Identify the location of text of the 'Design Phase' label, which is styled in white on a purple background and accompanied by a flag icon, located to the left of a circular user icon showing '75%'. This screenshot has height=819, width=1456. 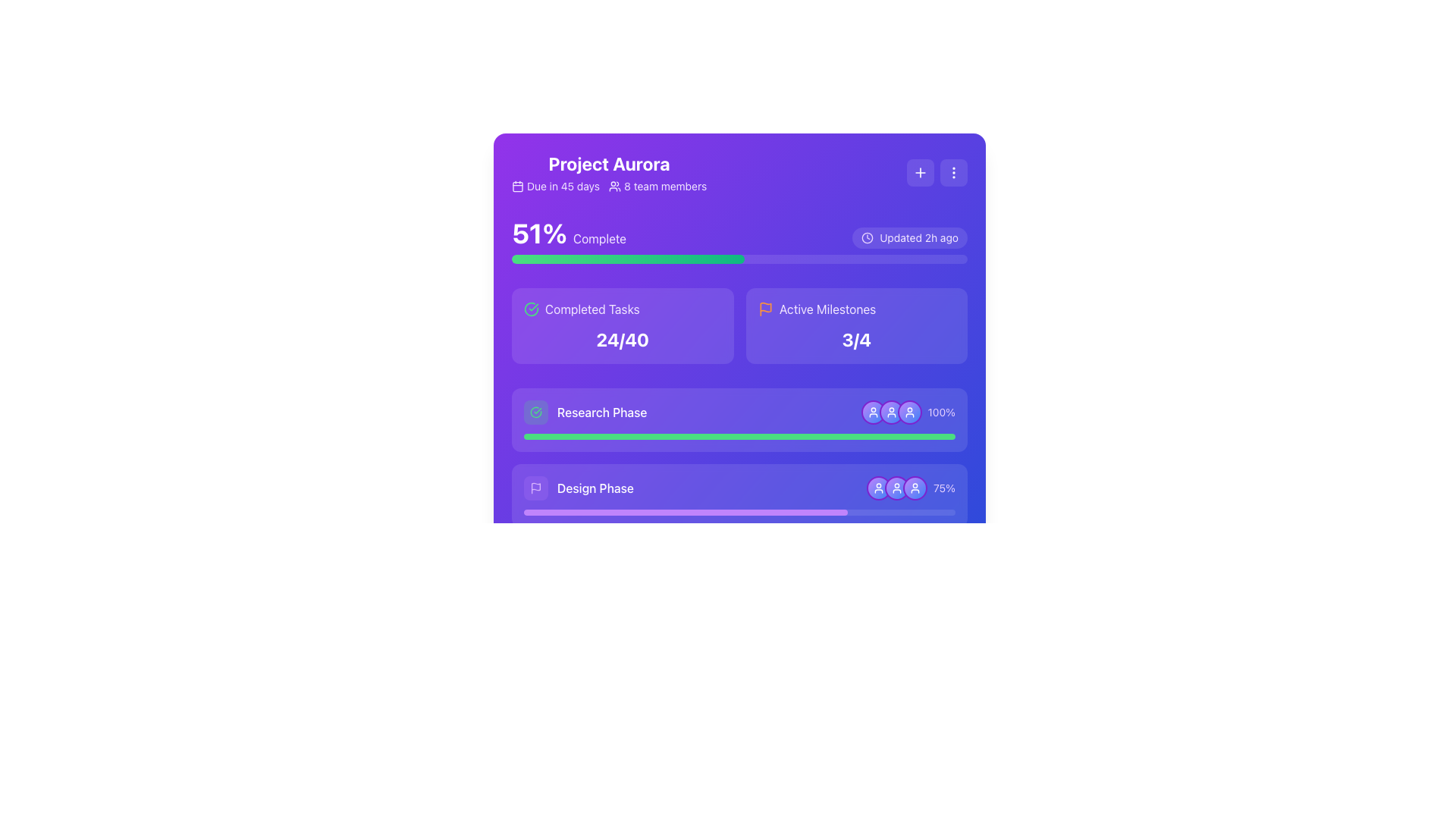
(578, 488).